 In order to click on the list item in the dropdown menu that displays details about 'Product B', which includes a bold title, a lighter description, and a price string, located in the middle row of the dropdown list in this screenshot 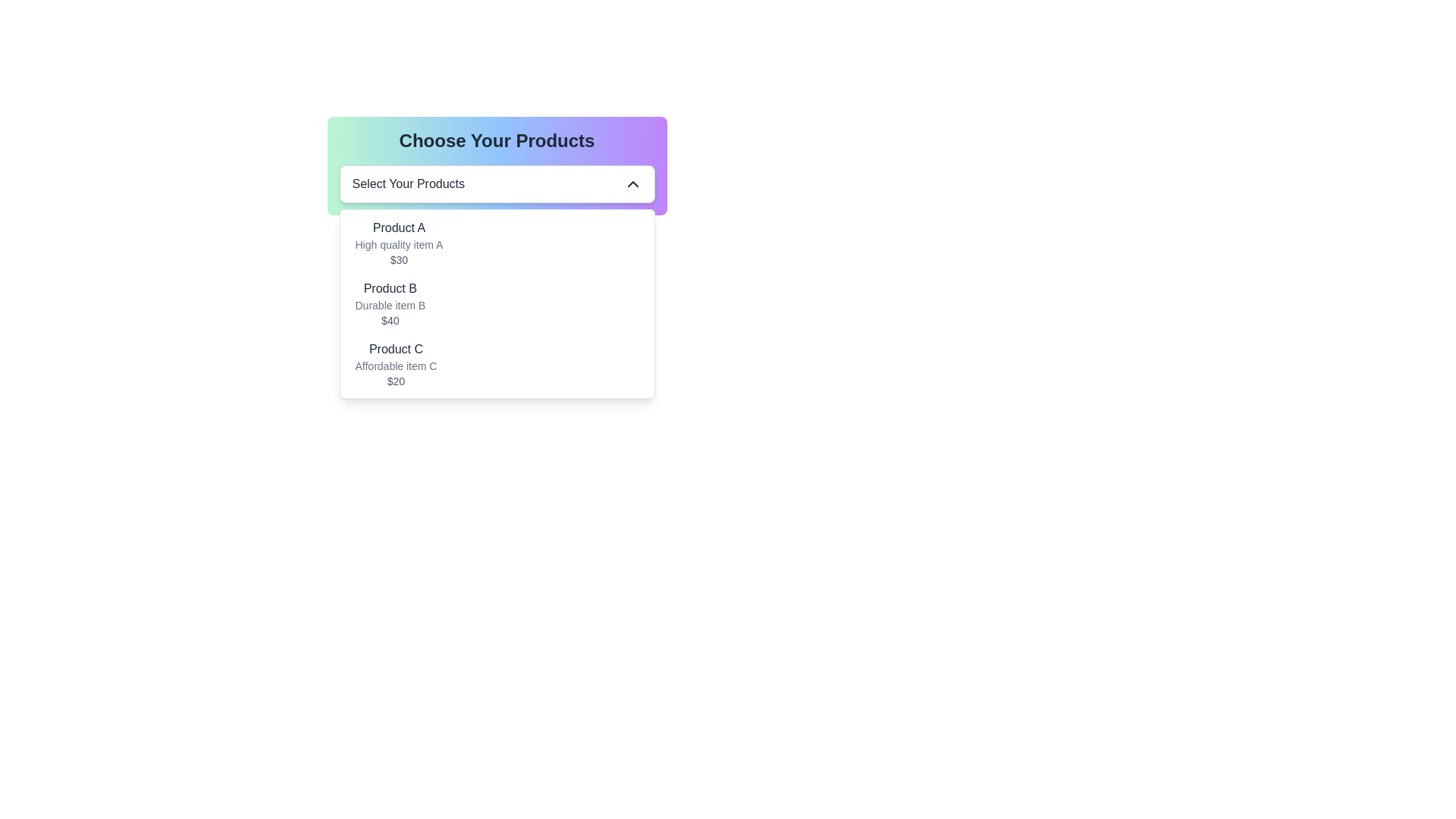, I will do `click(497, 304)`.